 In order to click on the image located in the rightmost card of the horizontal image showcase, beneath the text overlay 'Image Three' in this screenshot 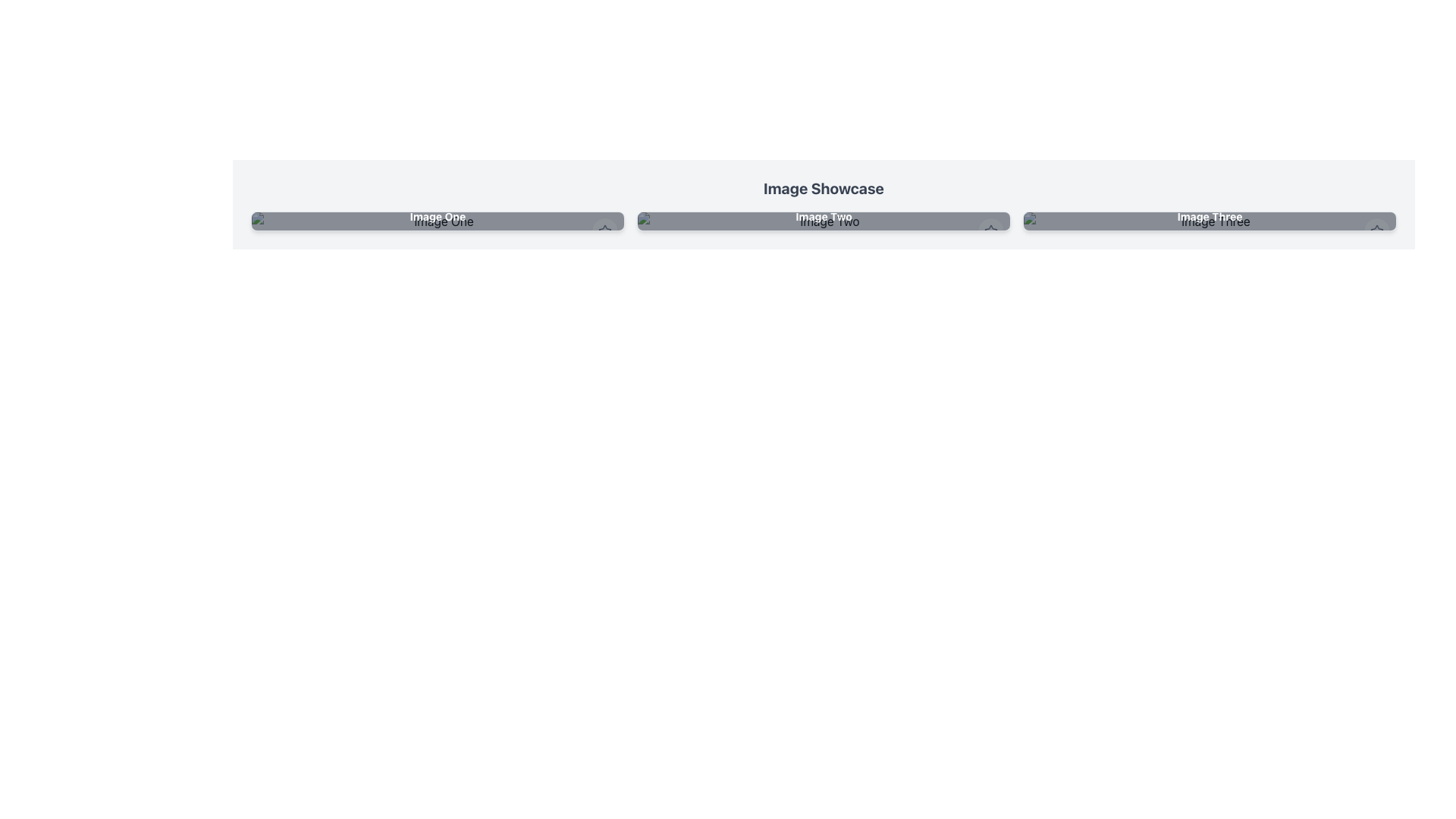, I will do `click(1209, 221)`.